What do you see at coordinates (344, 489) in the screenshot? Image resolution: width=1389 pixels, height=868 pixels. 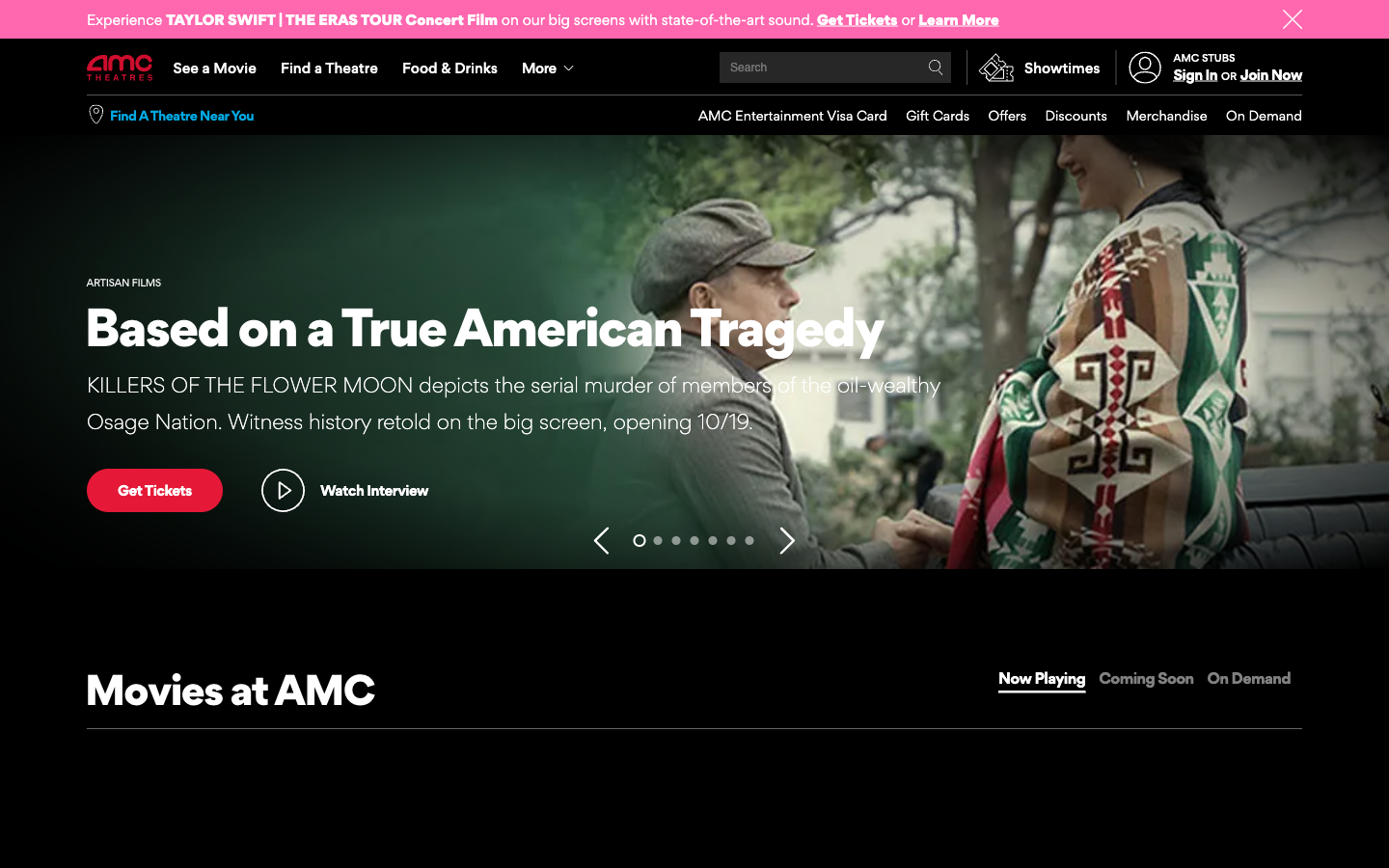 I see `View trailer and pause` at bounding box center [344, 489].